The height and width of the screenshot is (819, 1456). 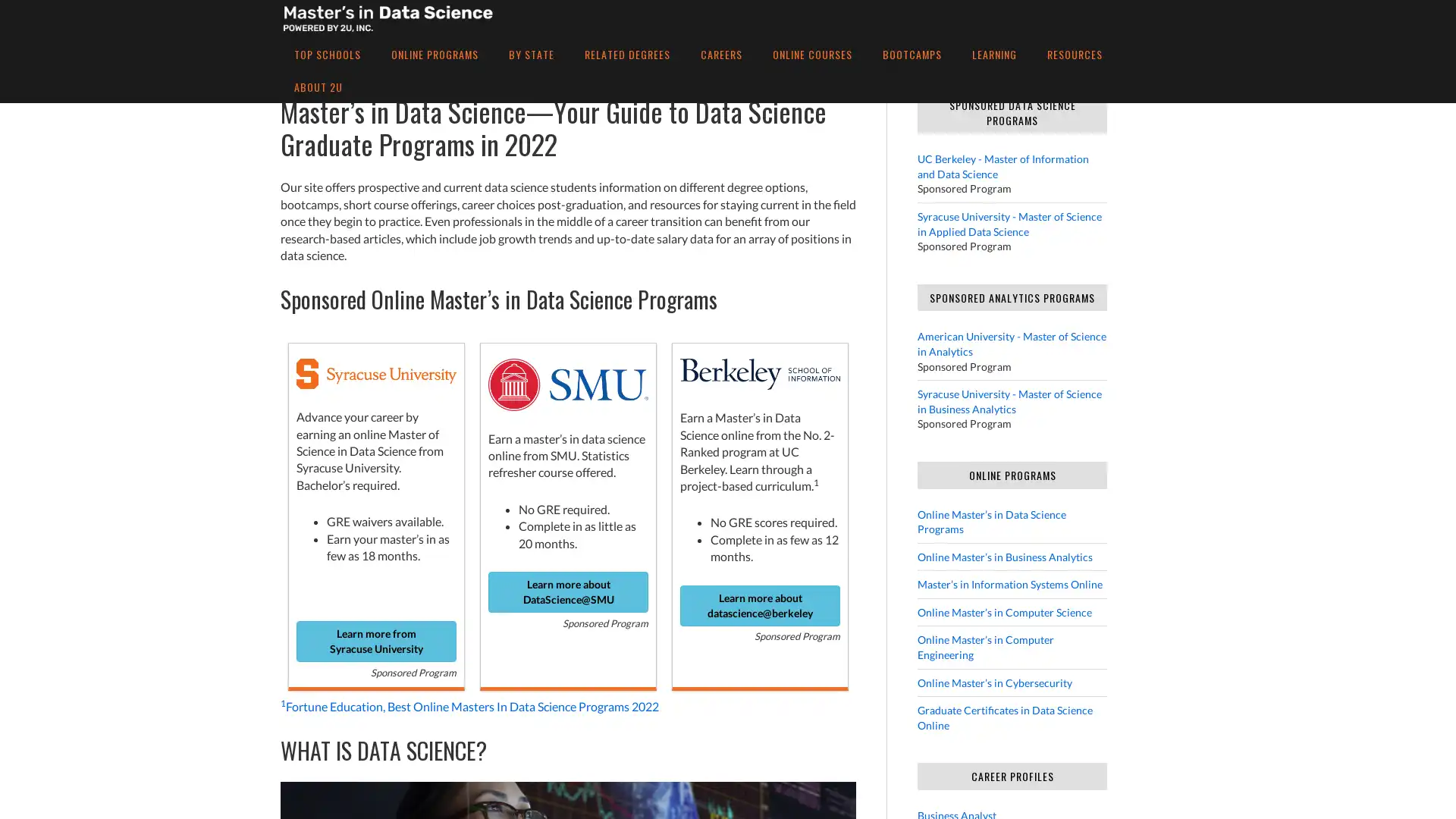 What do you see at coordinates (376, 640) in the screenshot?
I see `Learn more from Syracuse University` at bounding box center [376, 640].